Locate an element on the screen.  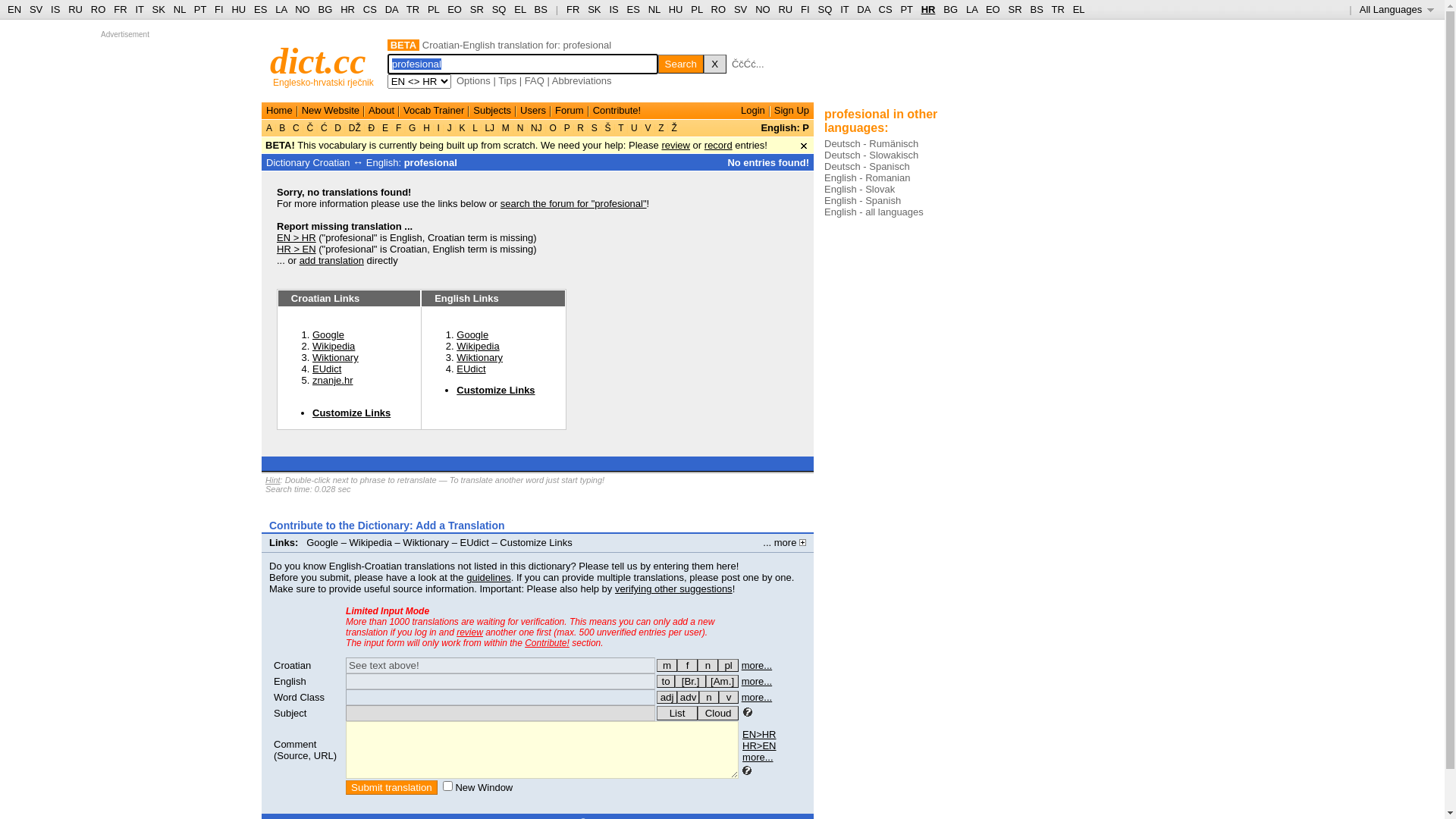
'dict.cc' is located at coordinates (317, 60).